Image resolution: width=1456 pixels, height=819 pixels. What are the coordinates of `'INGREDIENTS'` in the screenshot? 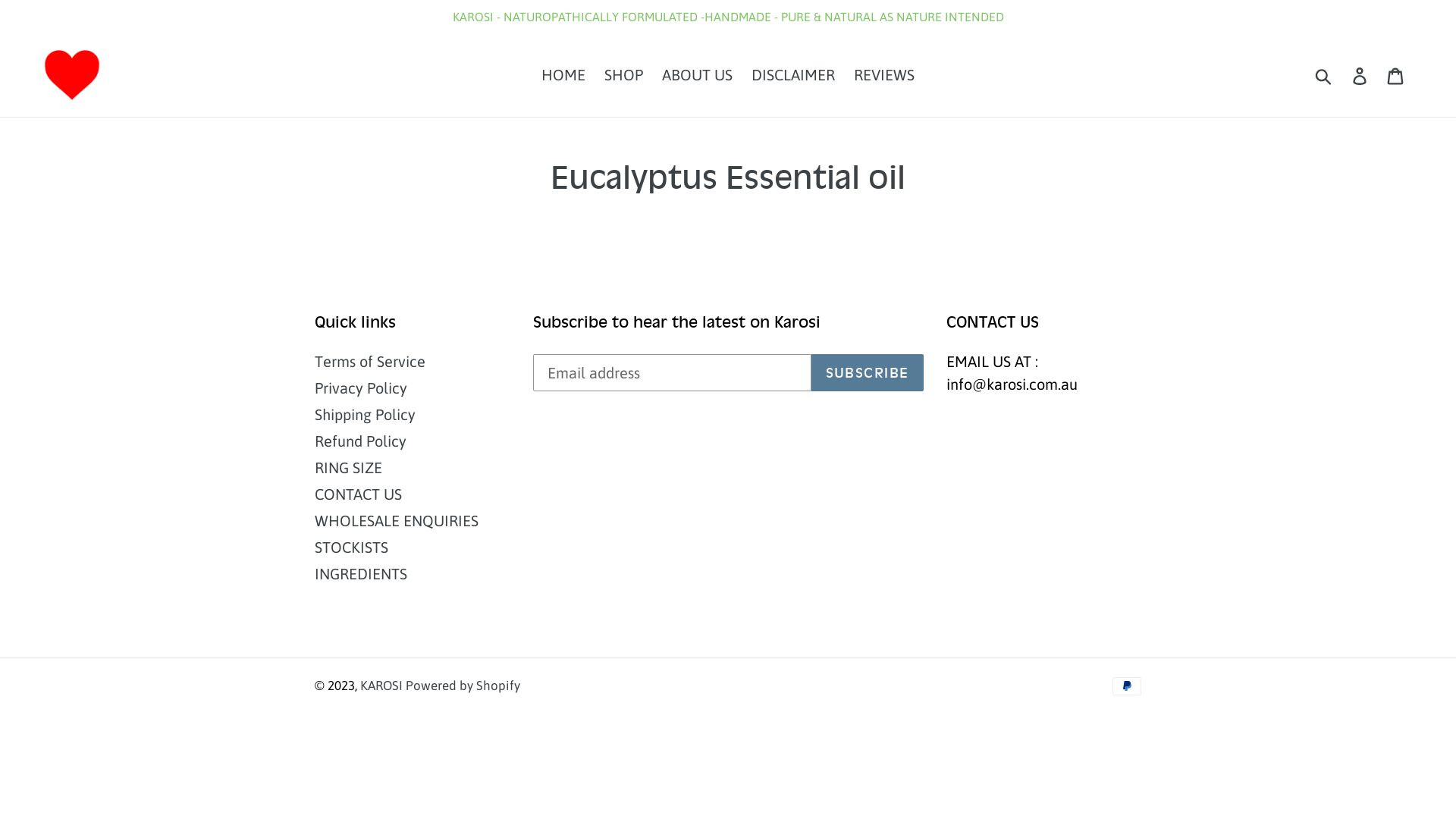 It's located at (313, 573).